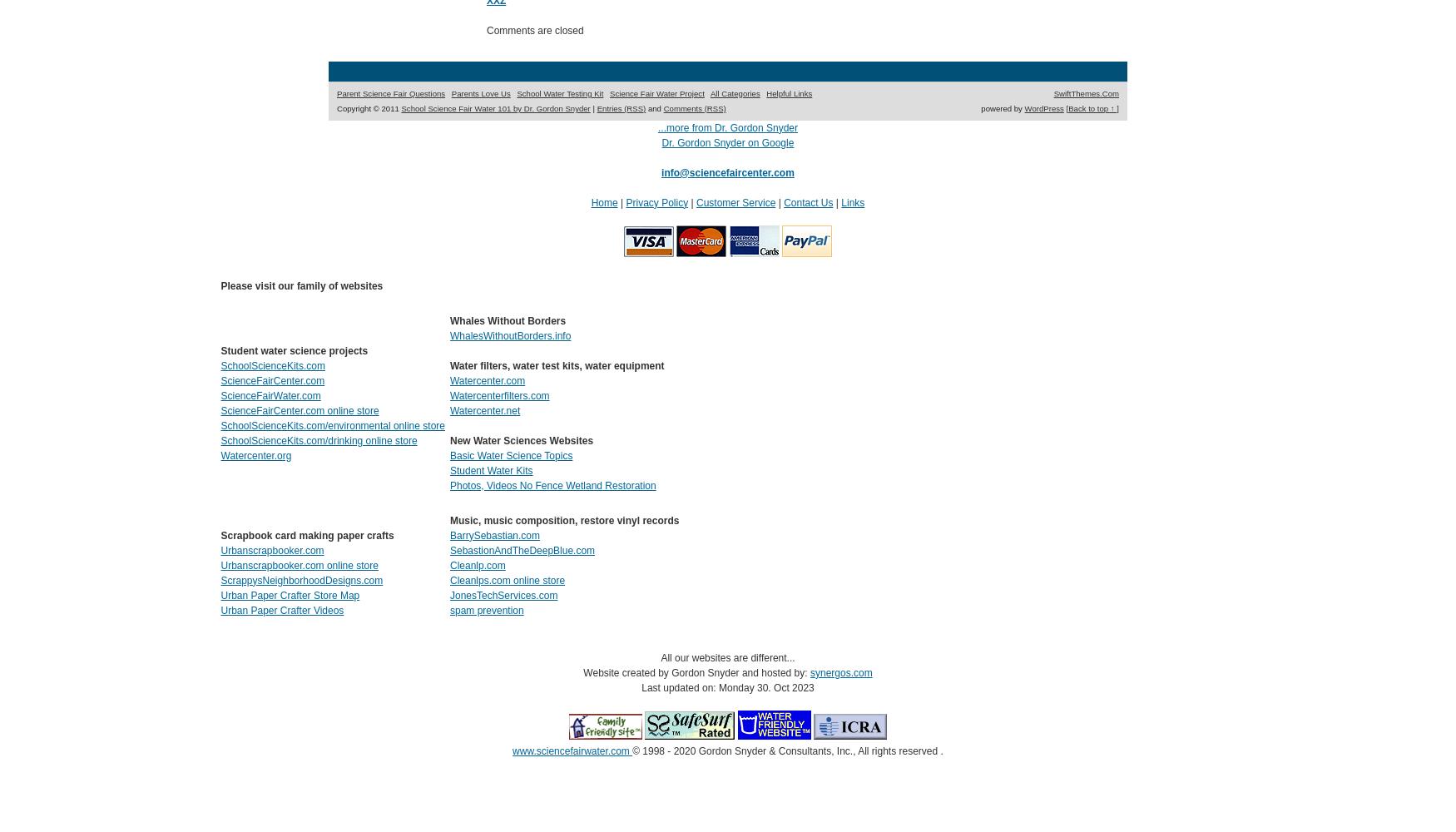  What do you see at coordinates (718, 686) in the screenshot?
I see `'Monday 30. Oct 2023'` at bounding box center [718, 686].